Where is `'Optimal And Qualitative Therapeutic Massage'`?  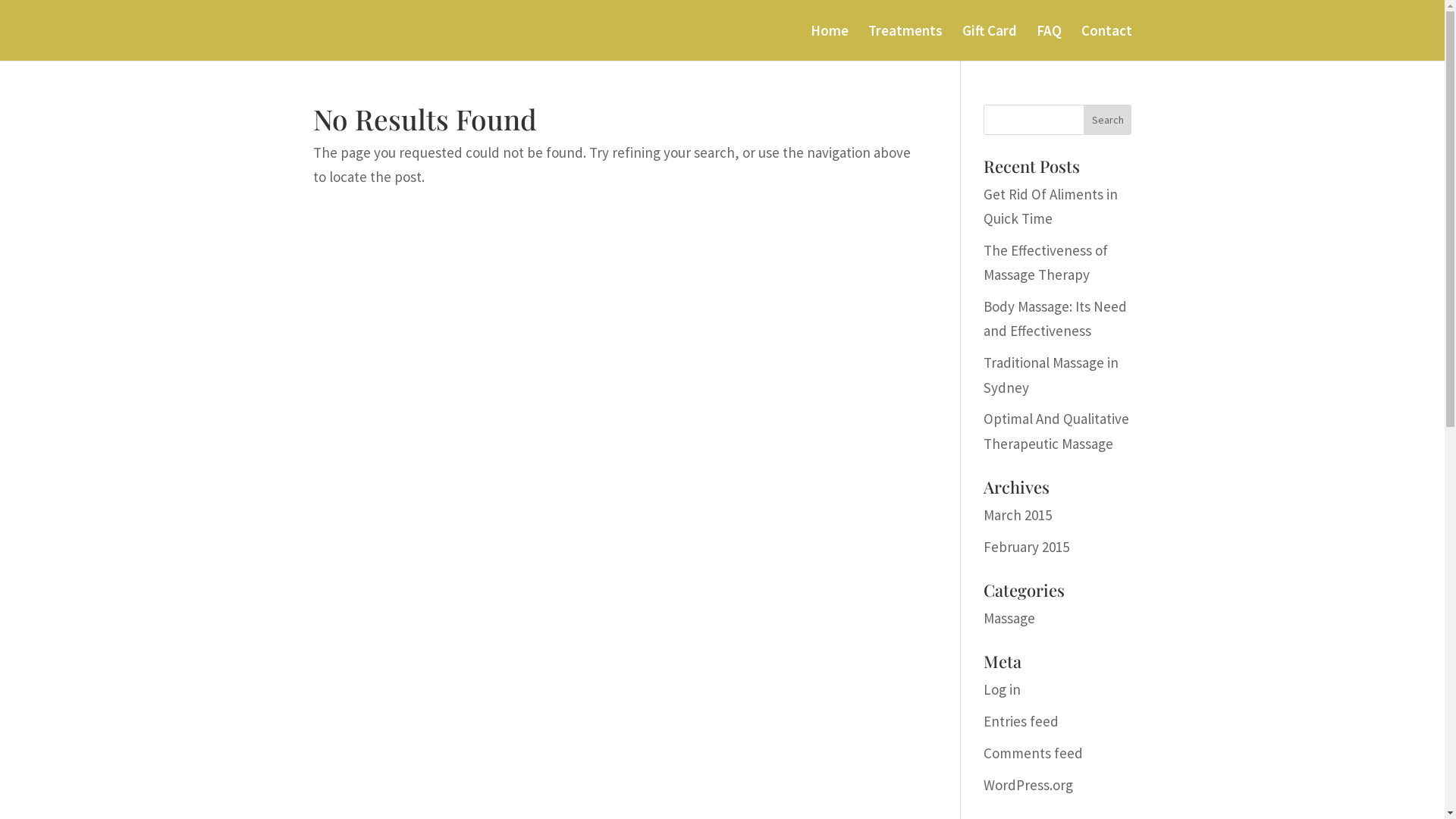 'Optimal And Qualitative Therapeutic Massage' is located at coordinates (1055, 430).